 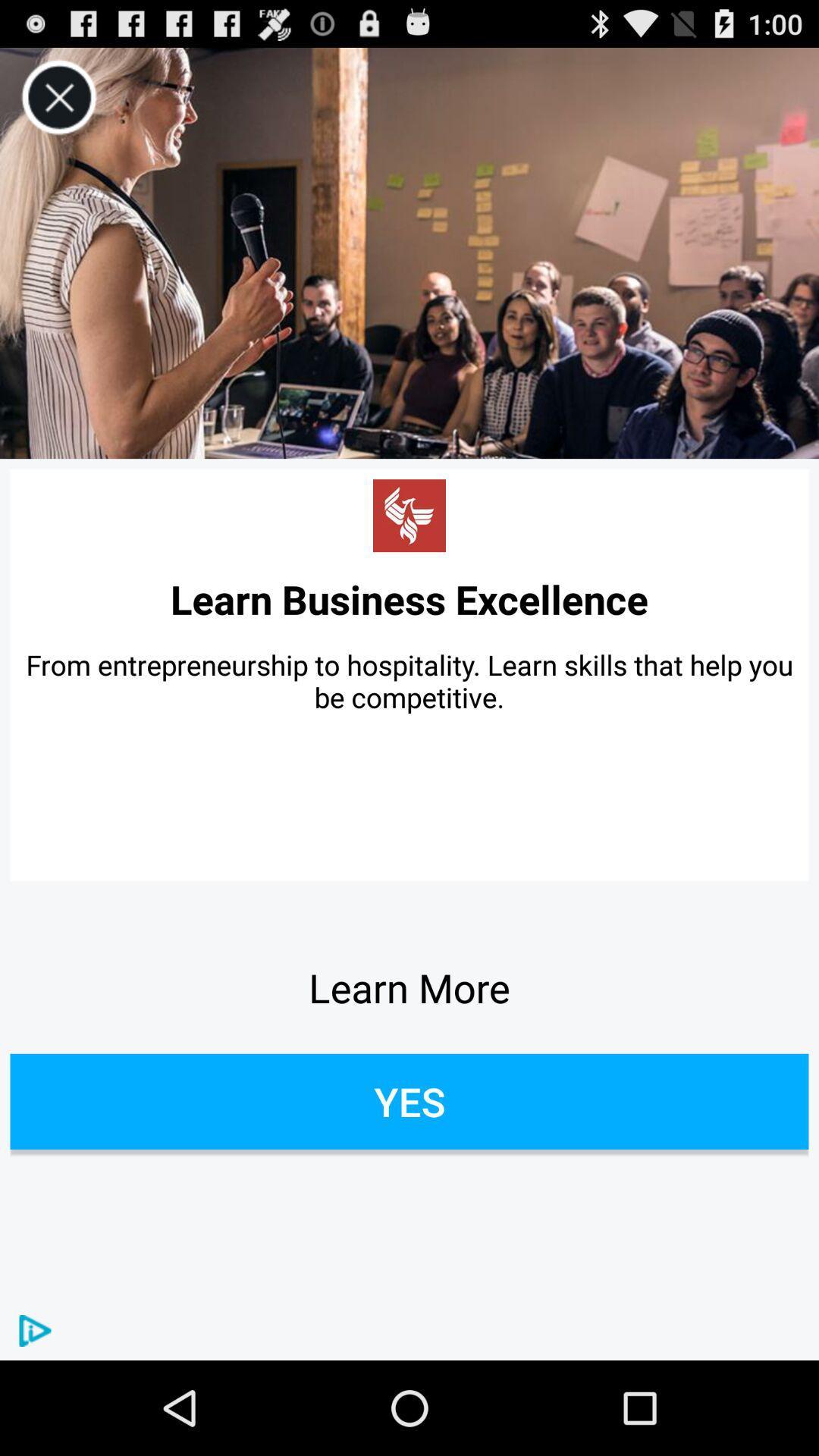 What do you see at coordinates (409, 987) in the screenshot?
I see `learn more item` at bounding box center [409, 987].